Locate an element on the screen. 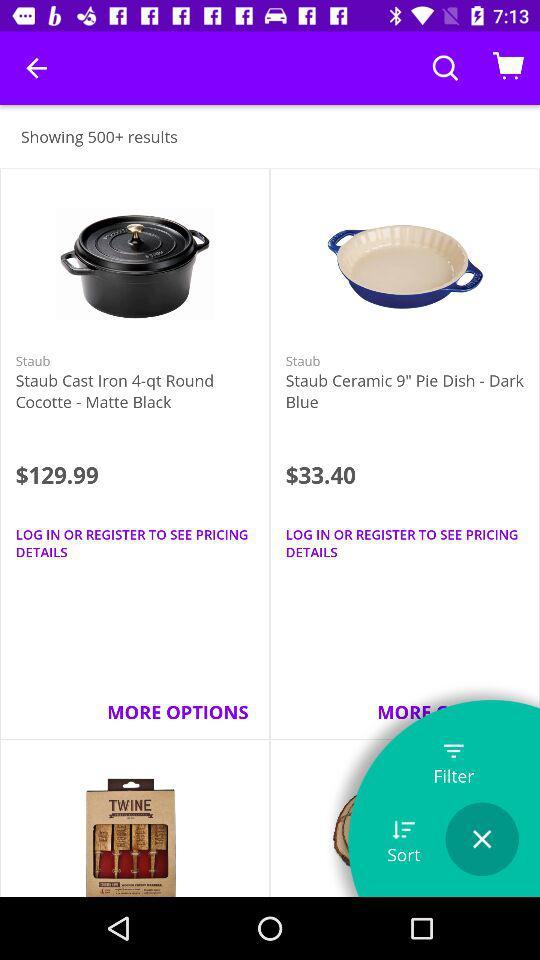  icon next to sort is located at coordinates (481, 839).